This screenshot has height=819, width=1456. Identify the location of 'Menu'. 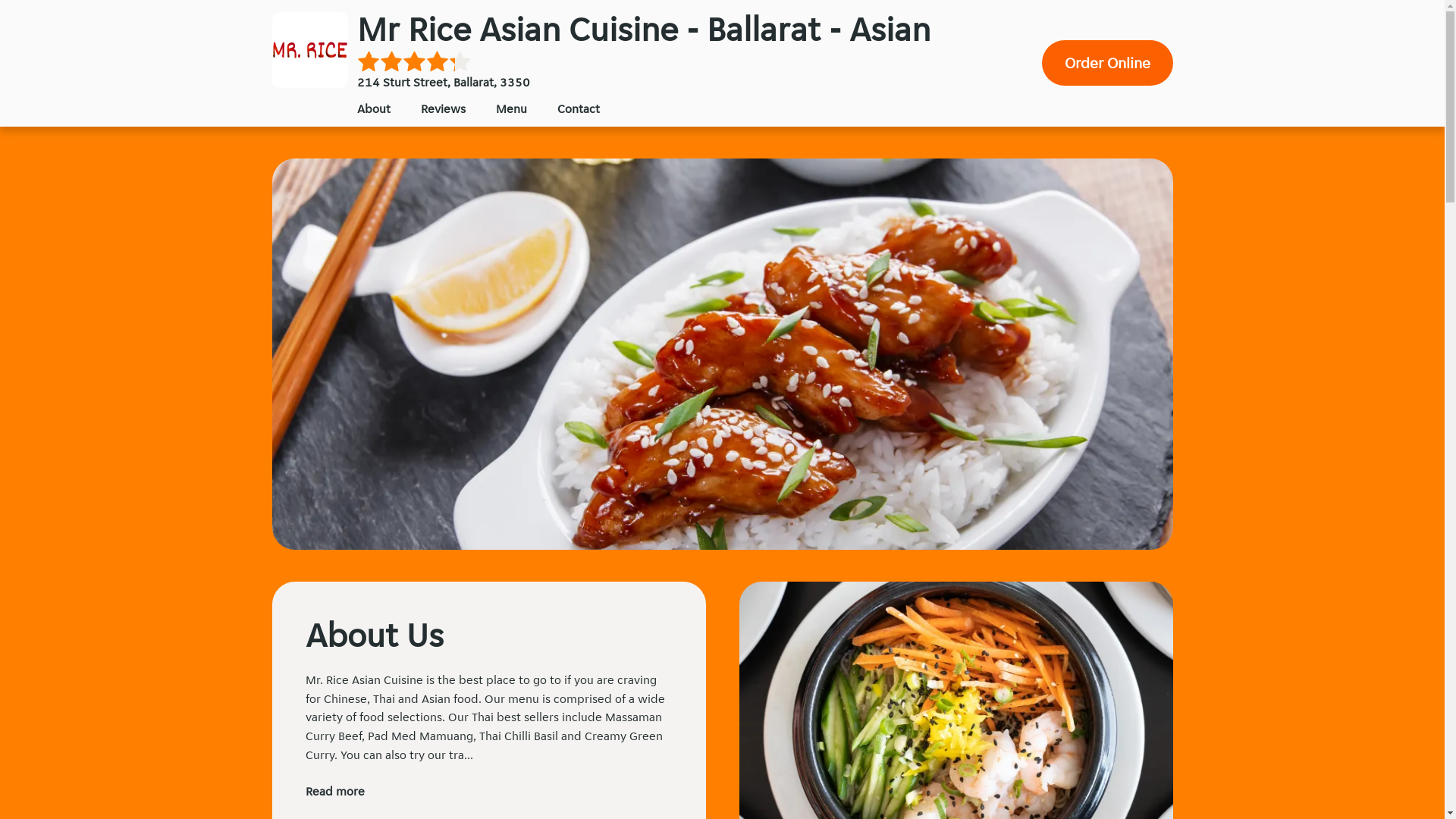
(495, 108).